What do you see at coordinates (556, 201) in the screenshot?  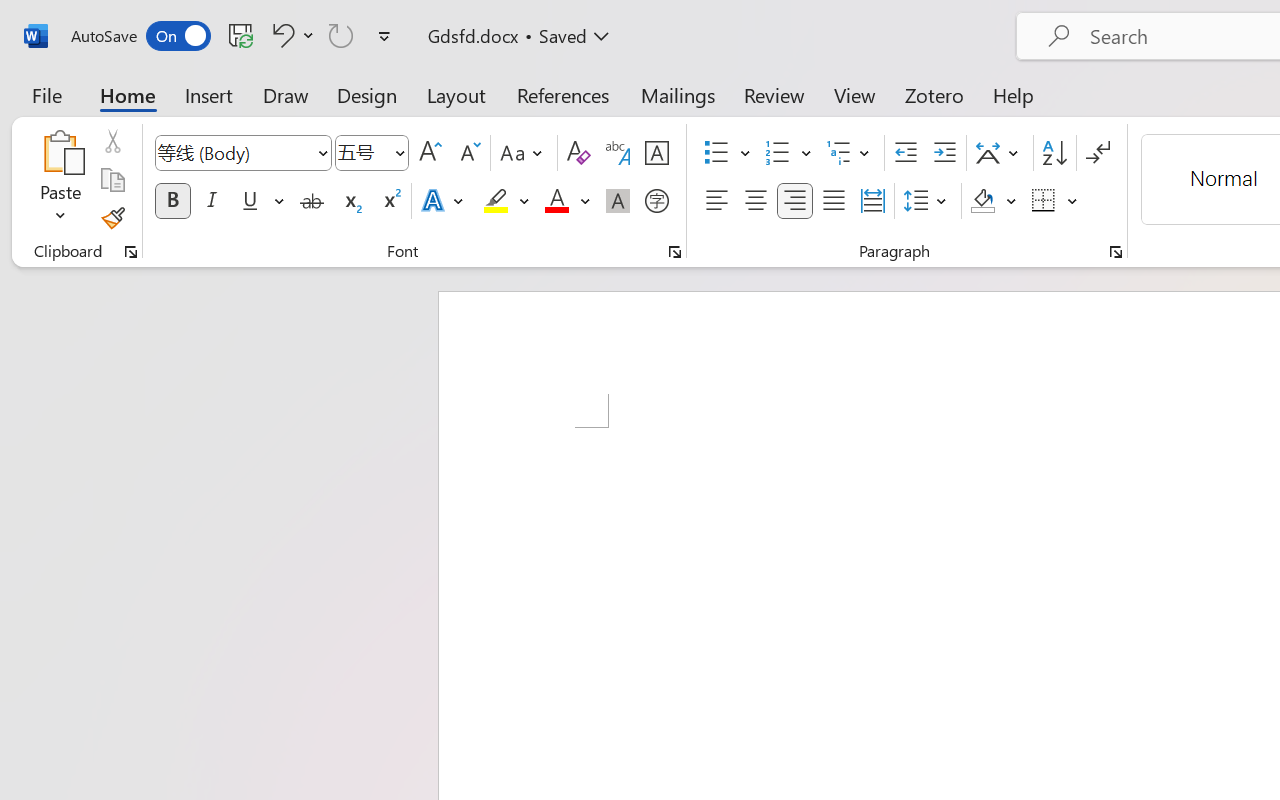 I see `'Font Color Red'` at bounding box center [556, 201].